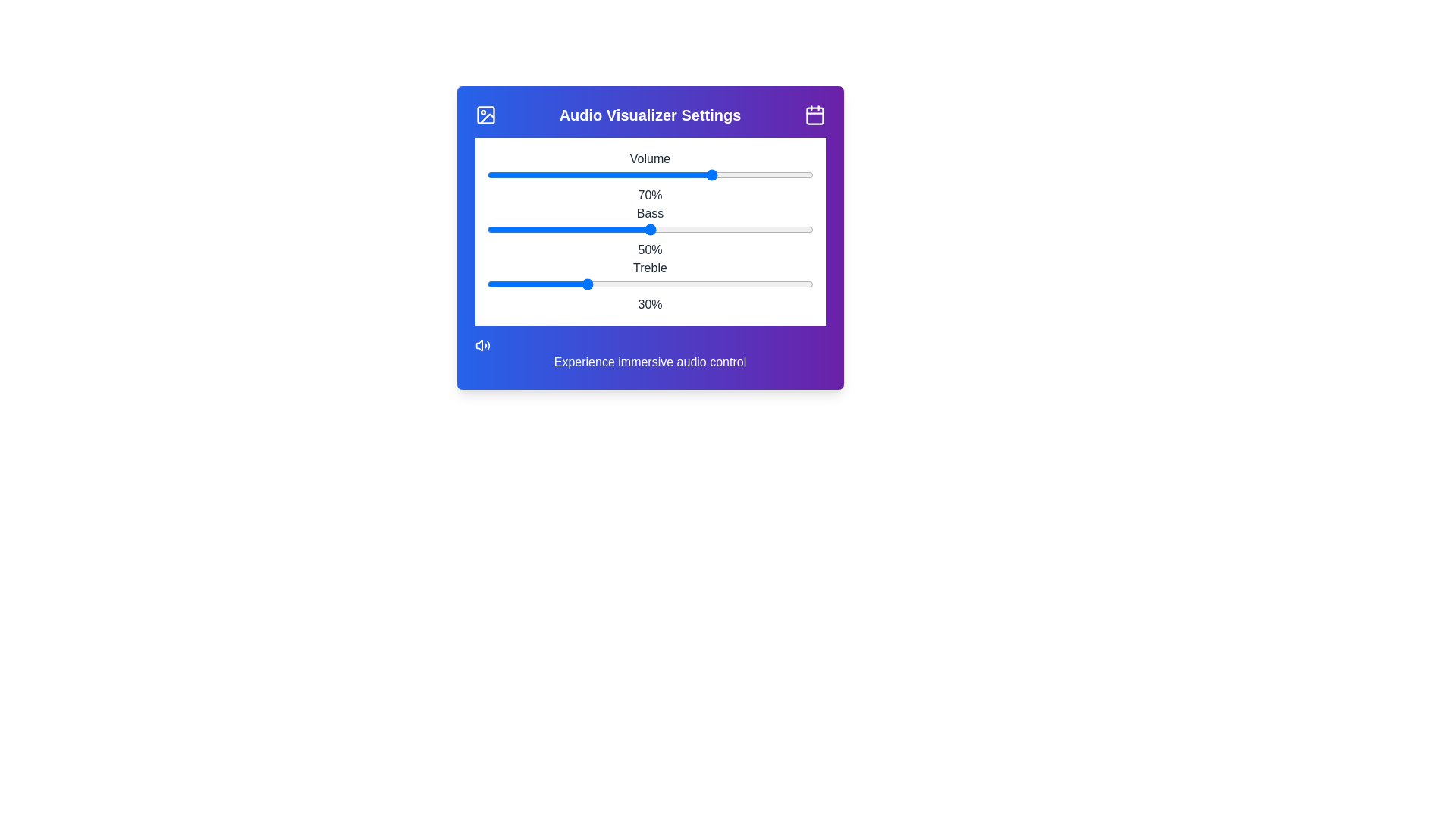 The image size is (1456, 819). What do you see at coordinates (764, 174) in the screenshot?
I see `the volume slider to set the volume to 85%` at bounding box center [764, 174].